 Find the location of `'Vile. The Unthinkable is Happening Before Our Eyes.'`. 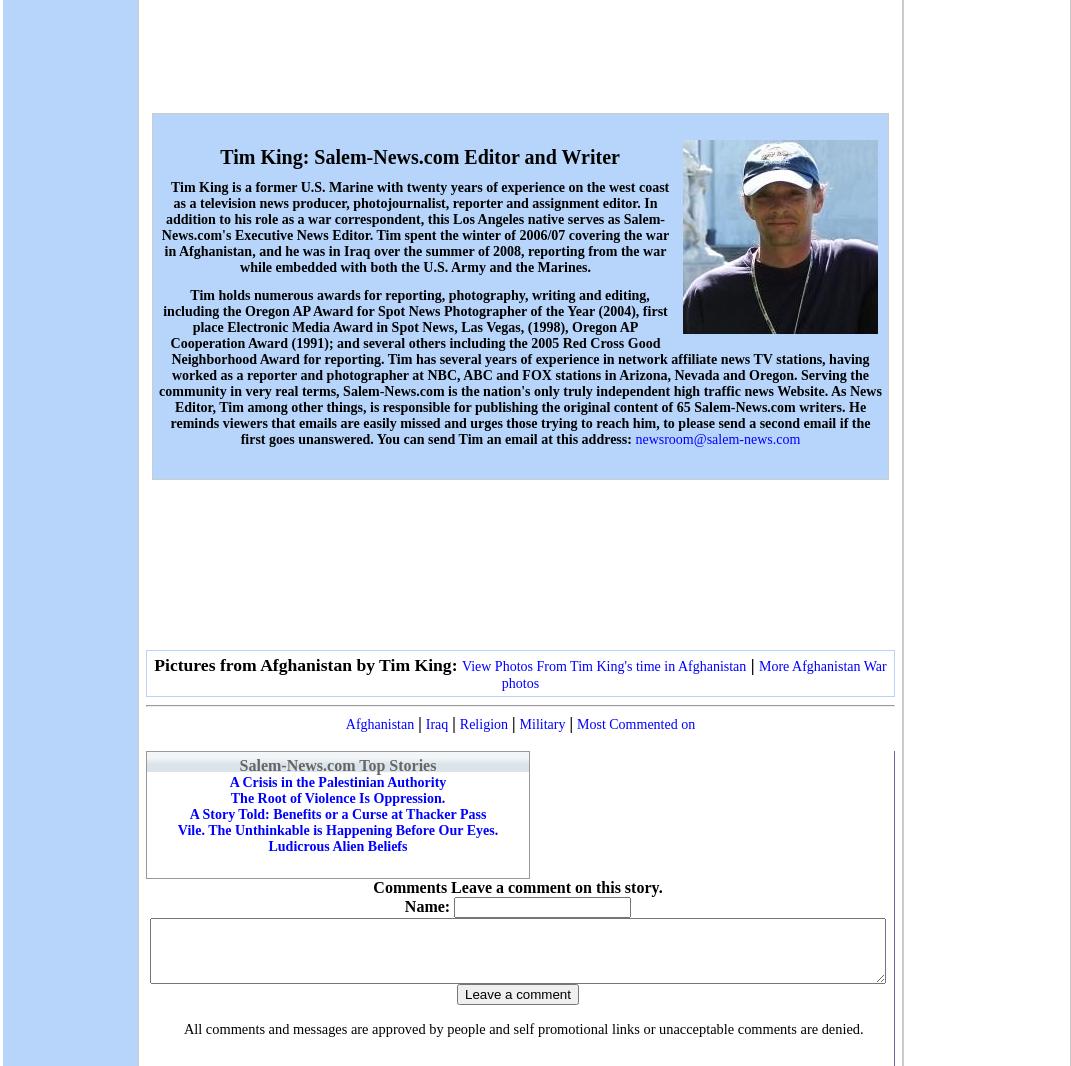

'Vile. The Unthinkable is Happening Before Our Eyes.' is located at coordinates (336, 829).